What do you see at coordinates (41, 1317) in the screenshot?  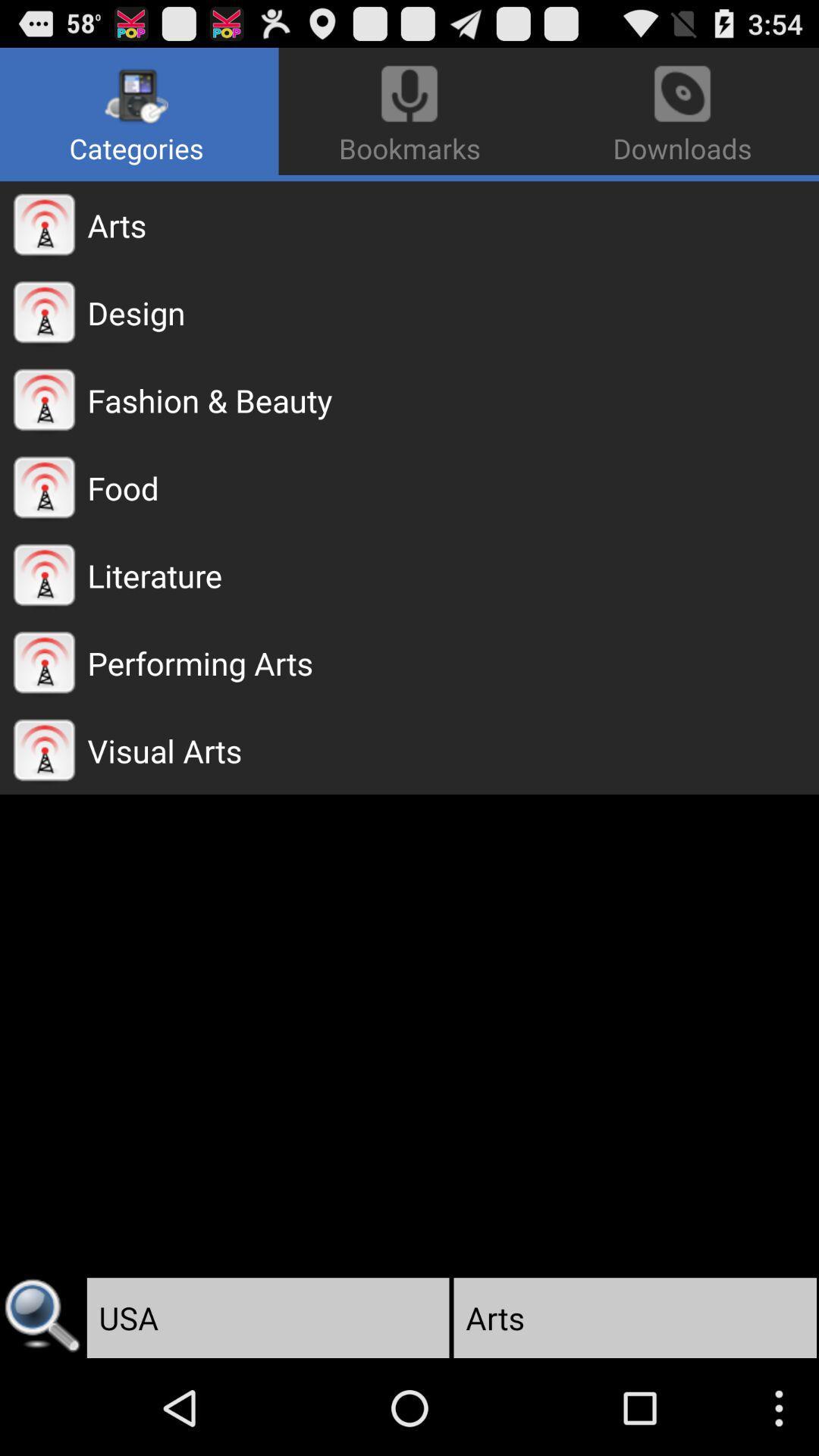 I see `the app to the left of usa app` at bounding box center [41, 1317].